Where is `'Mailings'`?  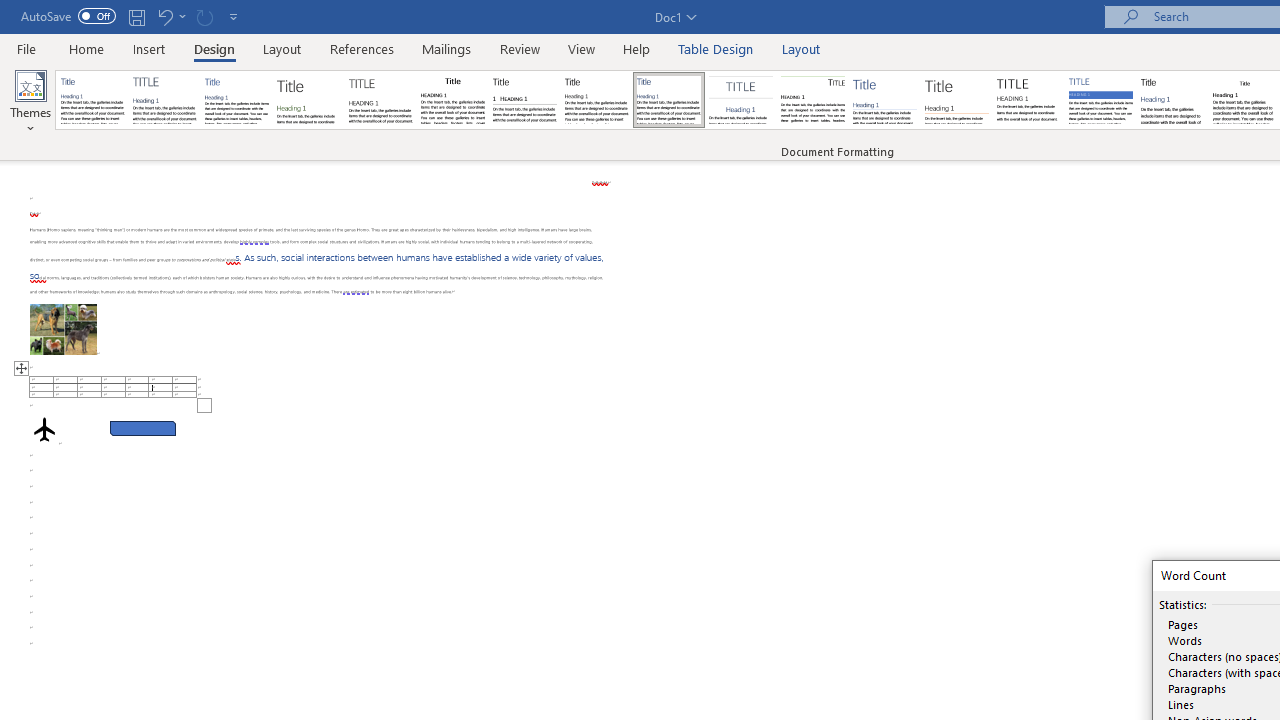 'Mailings' is located at coordinates (446, 48).